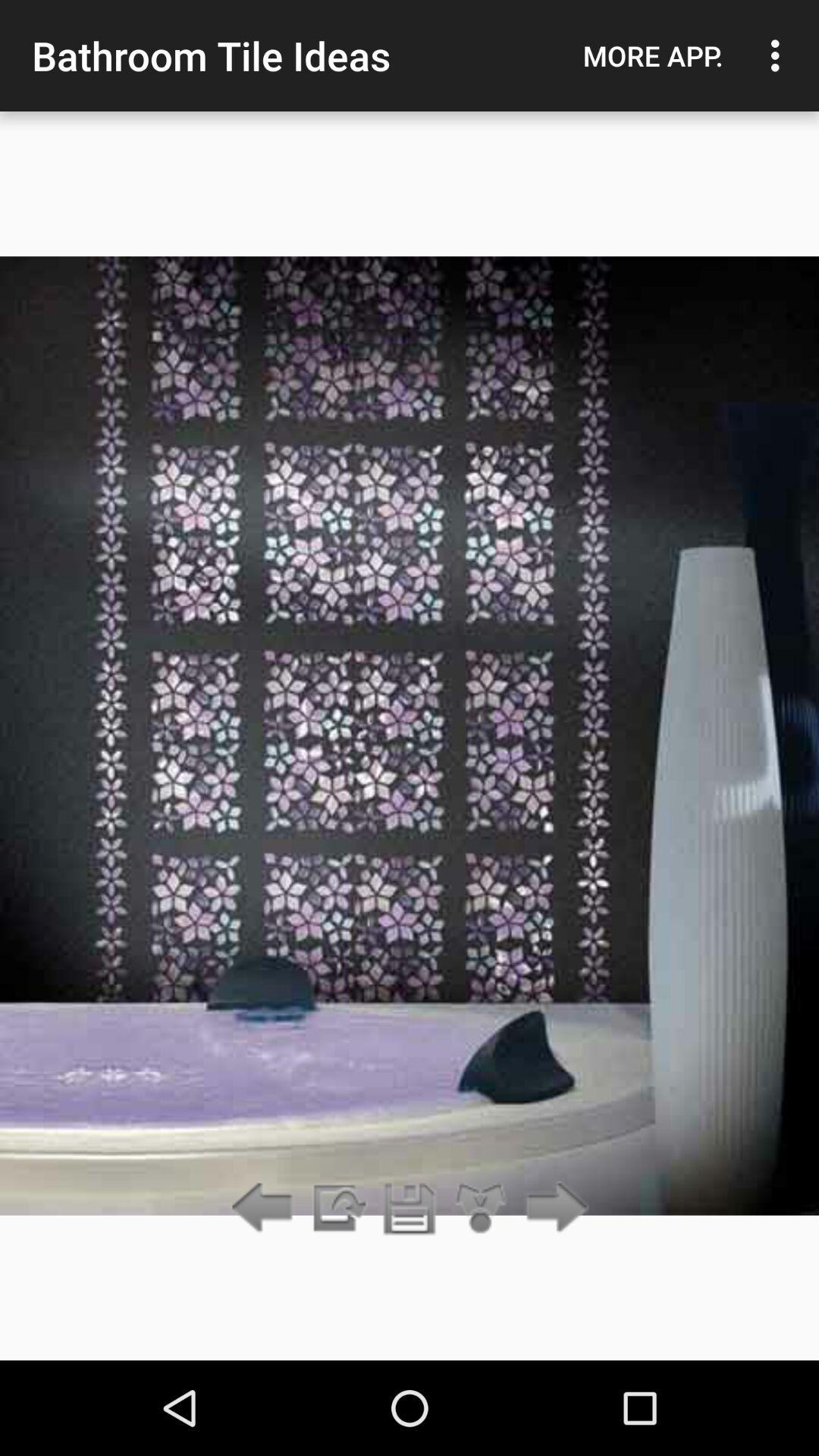 The height and width of the screenshot is (1456, 819). Describe the element at coordinates (337, 1208) in the screenshot. I see `export photo` at that location.